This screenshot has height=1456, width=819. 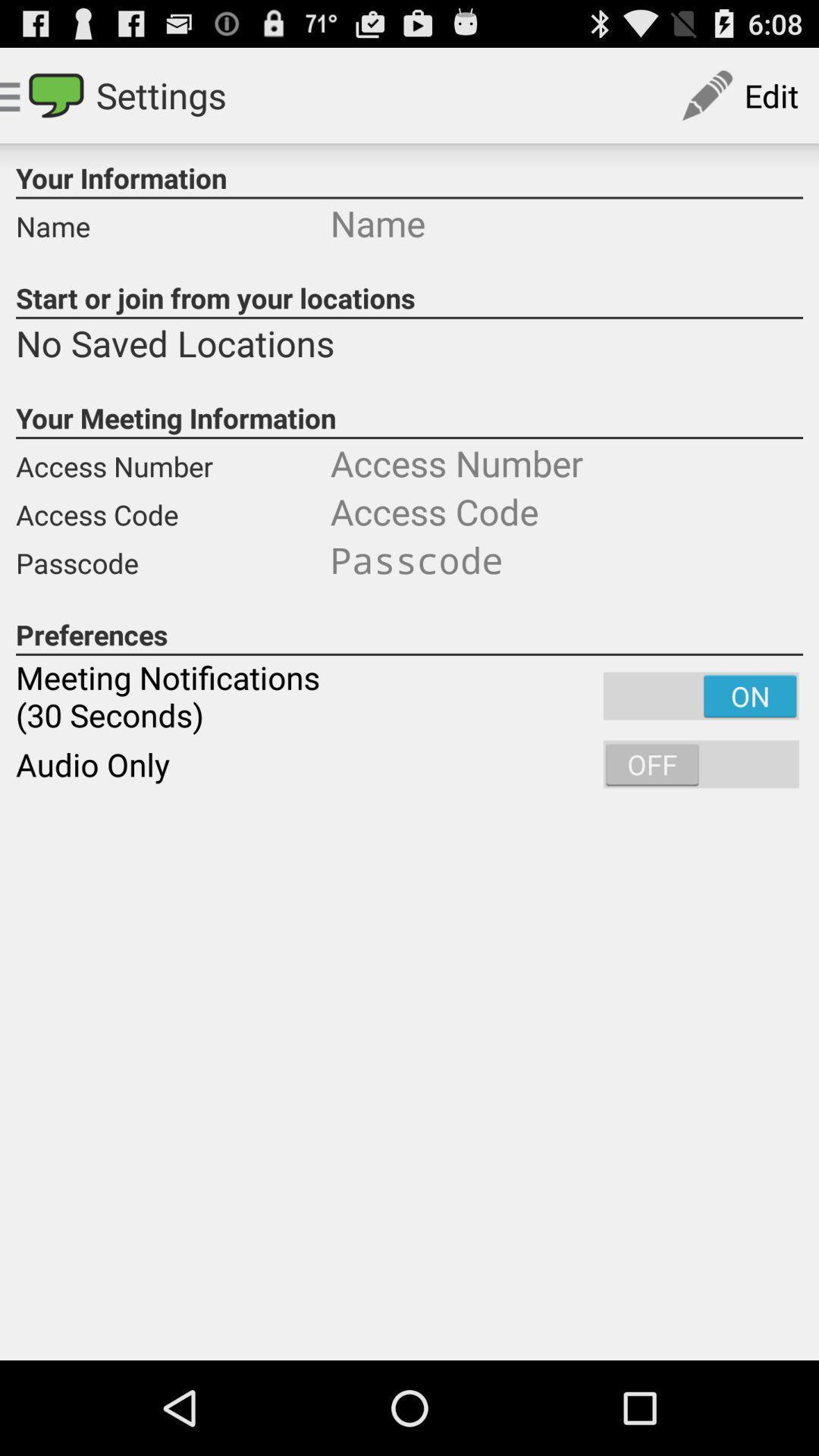 I want to click on display access no, so click(x=566, y=462).